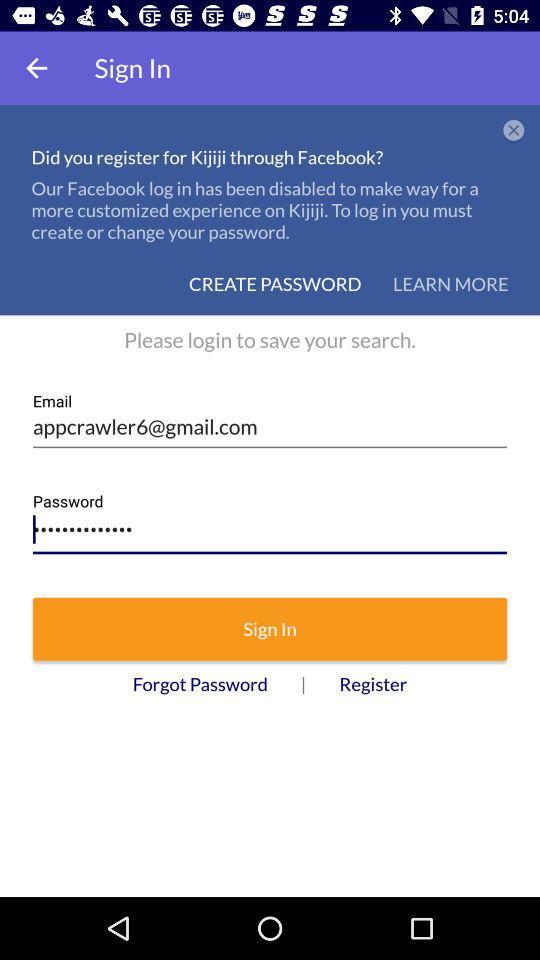 Image resolution: width=540 pixels, height=960 pixels. Describe the element at coordinates (274, 282) in the screenshot. I see `create password` at that location.